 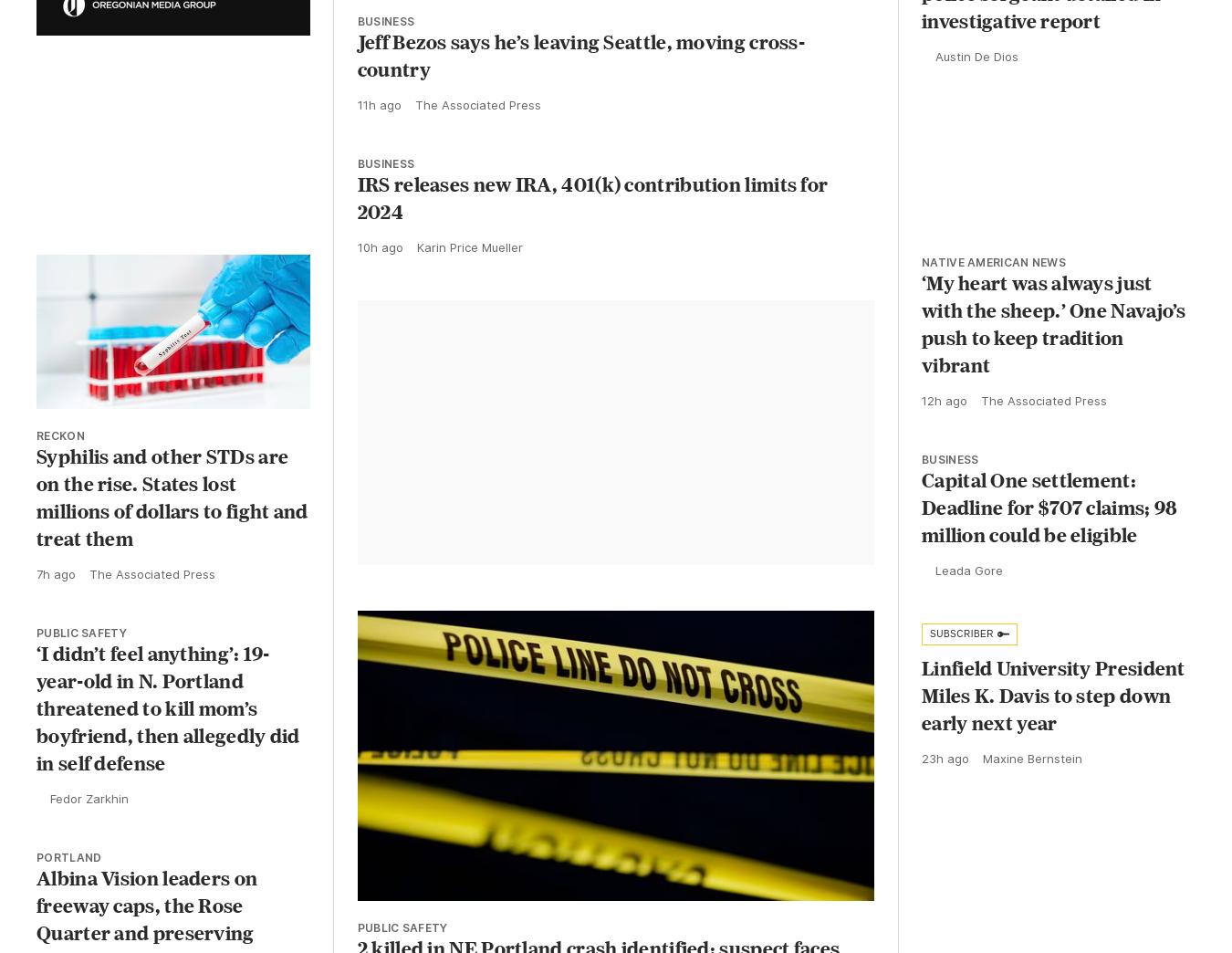 I want to click on '7h ago', so click(x=55, y=572).